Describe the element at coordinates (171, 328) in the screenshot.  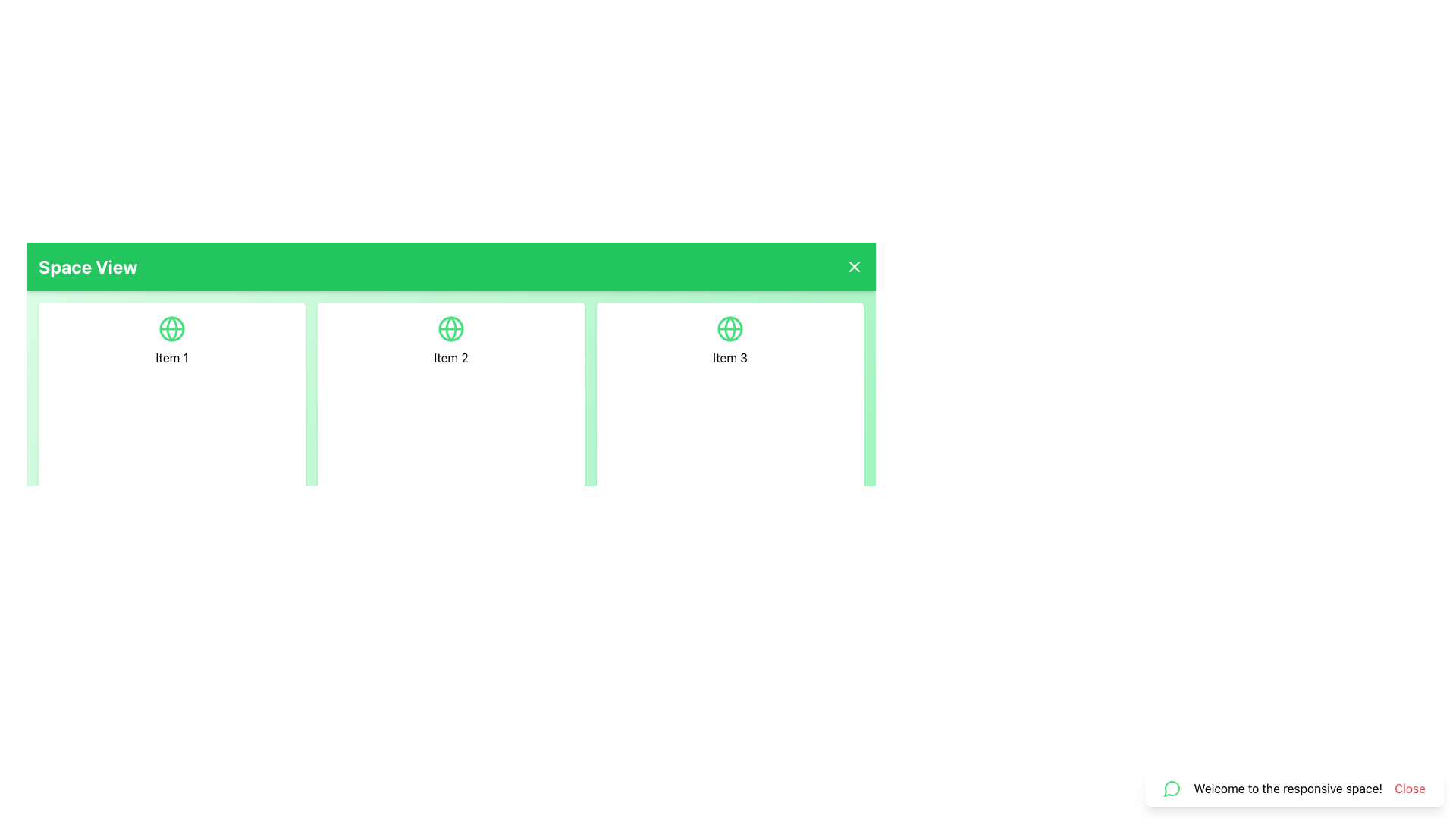
I see `the curved longitudinal line on the globe icon representing 'Item 1' in the 'Space View' section` at that location.